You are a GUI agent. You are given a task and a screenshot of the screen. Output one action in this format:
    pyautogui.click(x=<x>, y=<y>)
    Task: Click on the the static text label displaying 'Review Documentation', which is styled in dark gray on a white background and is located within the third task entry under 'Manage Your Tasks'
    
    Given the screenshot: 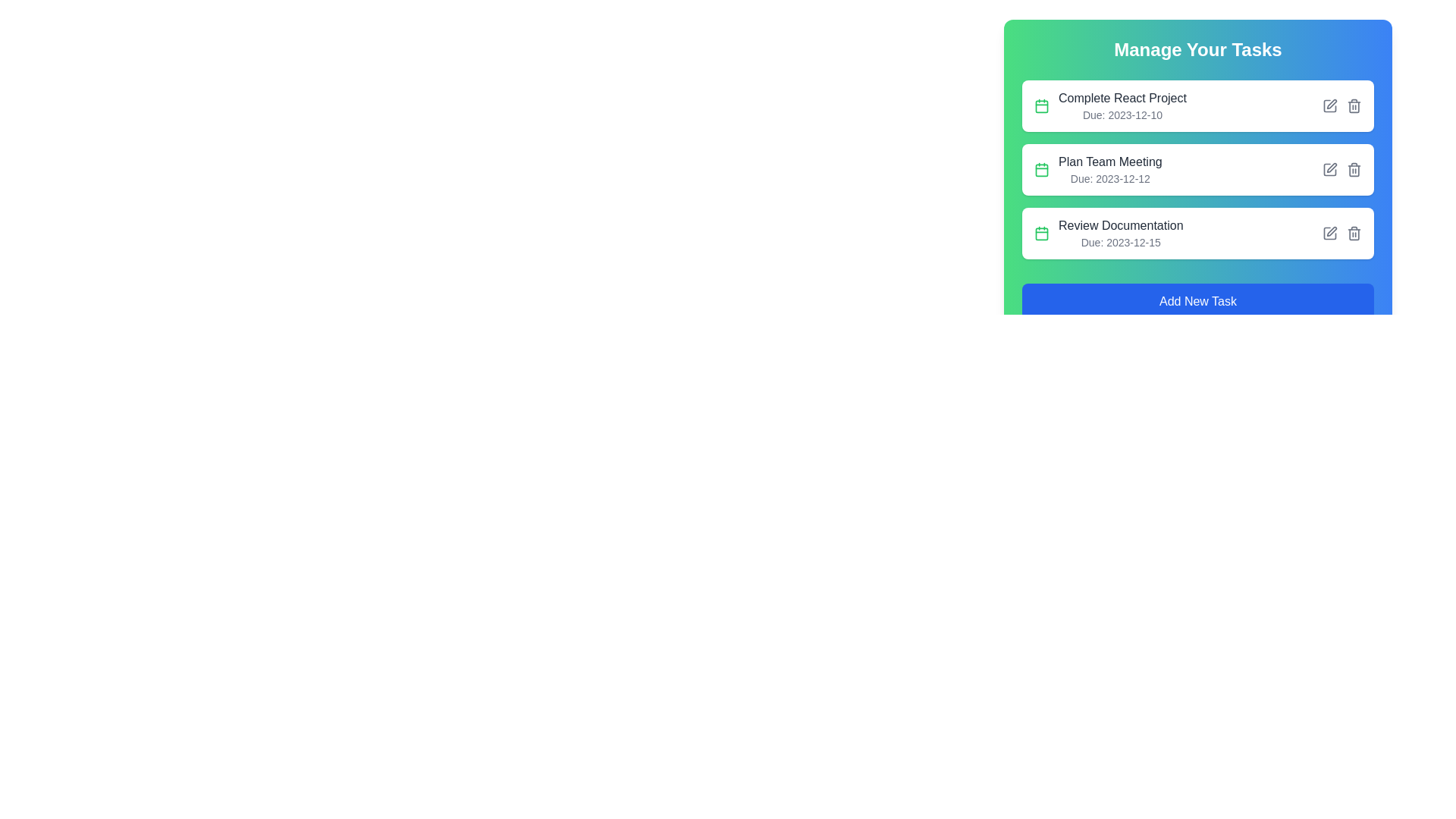 What is the action you would take?
    pyautogui.click(x=1121, y=225)
    